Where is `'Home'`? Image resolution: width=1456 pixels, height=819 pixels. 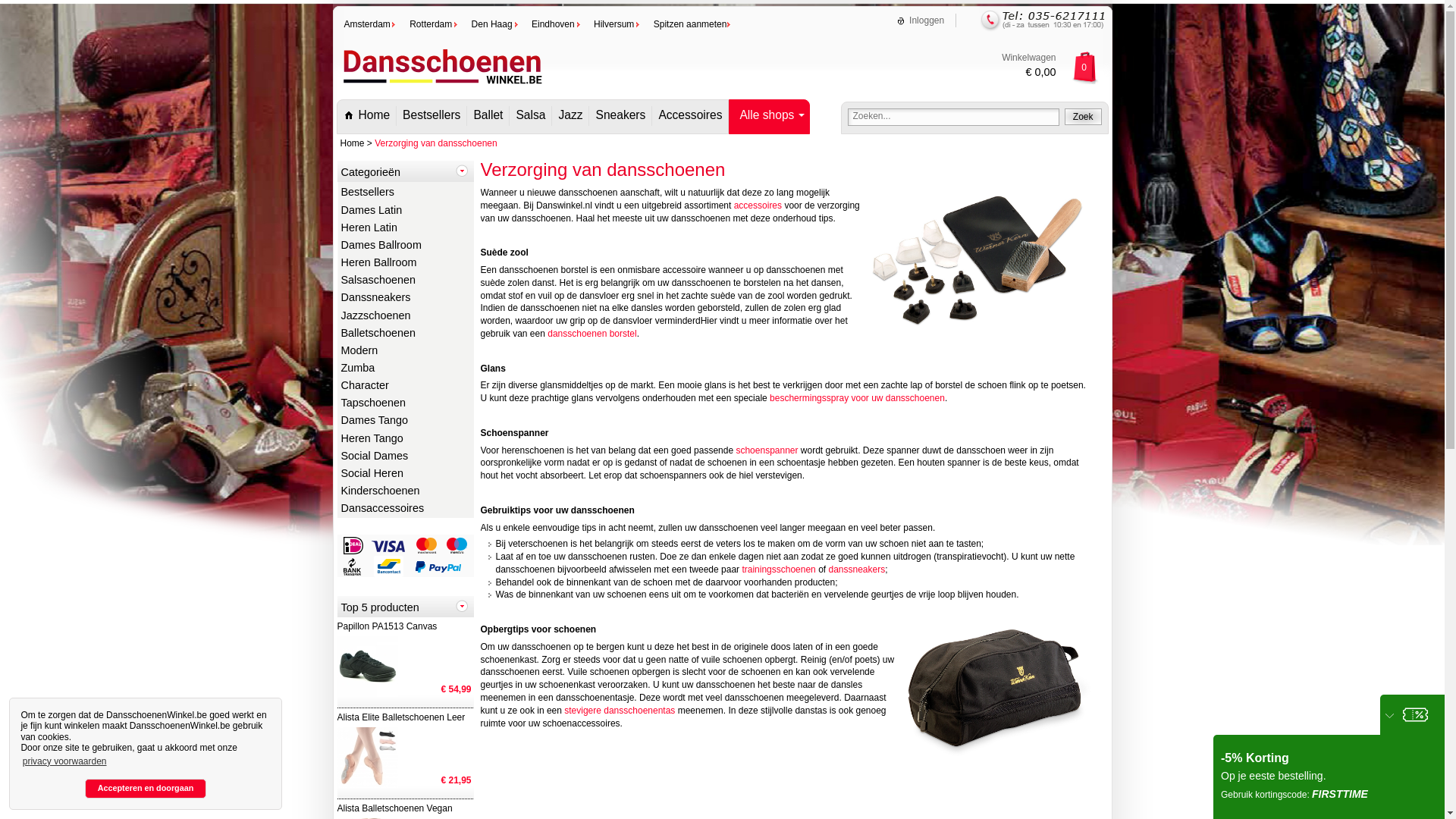 'Home' is located at coordinates (366, 115).